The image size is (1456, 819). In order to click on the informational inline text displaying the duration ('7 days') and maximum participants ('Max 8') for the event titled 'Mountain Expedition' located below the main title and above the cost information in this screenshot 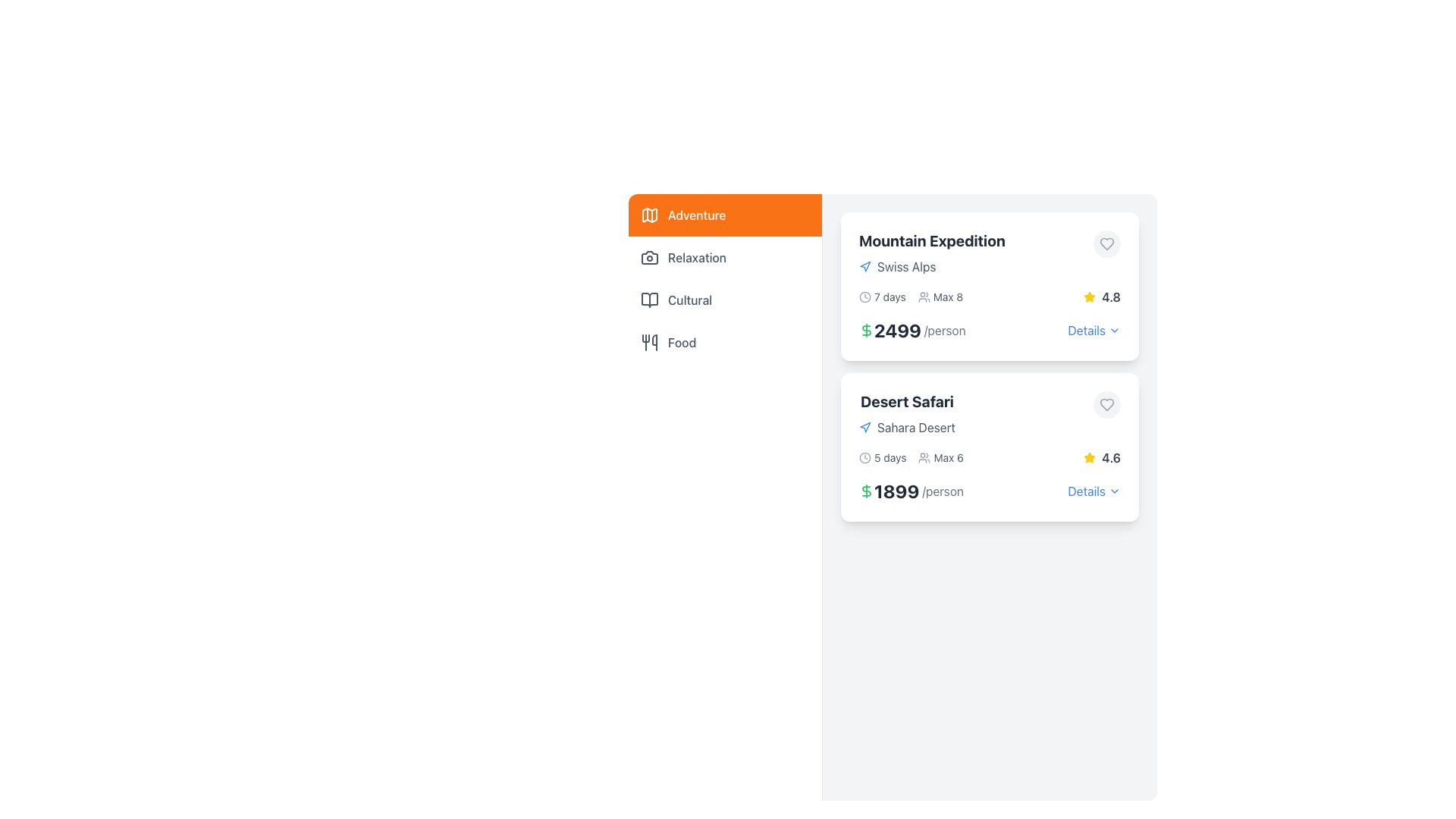, I will do `click(910, 297)`.